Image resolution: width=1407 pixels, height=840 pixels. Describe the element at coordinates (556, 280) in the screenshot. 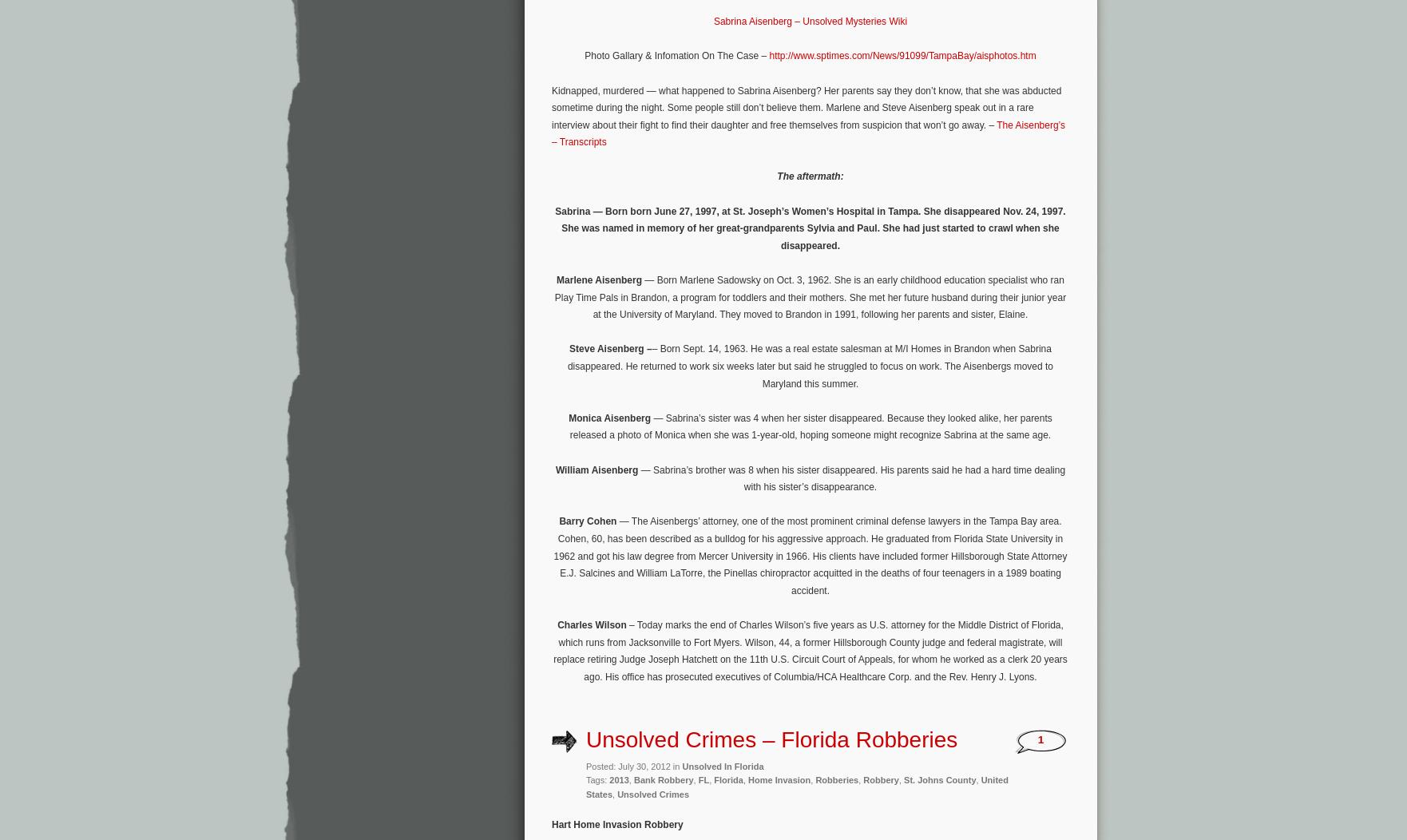

I see `'Marlene Aisenberg'` at that location.